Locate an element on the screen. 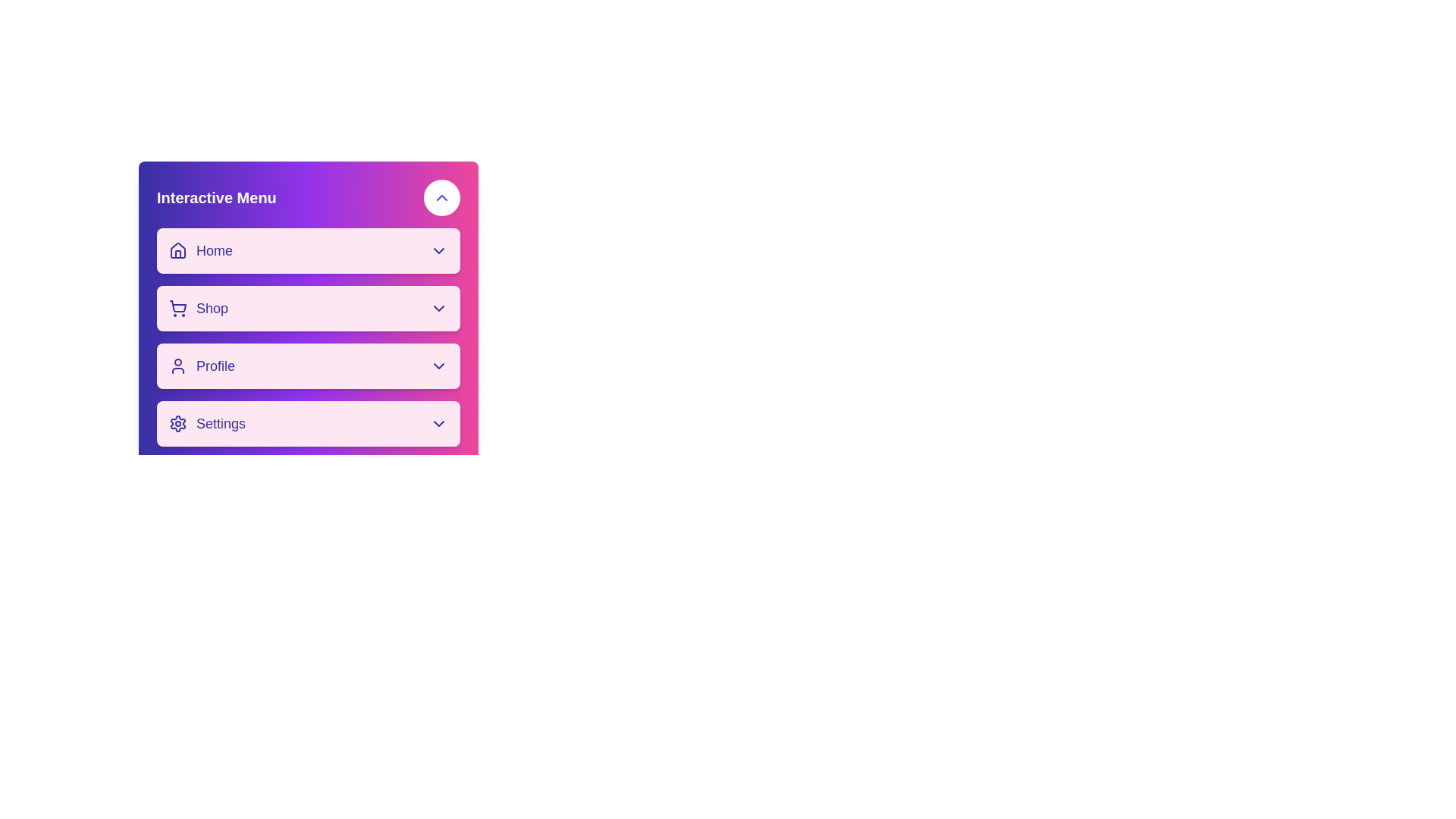 This screenshot has width=1456, height=819. the 'Profile' section represented is located at coordinates (178, 366).